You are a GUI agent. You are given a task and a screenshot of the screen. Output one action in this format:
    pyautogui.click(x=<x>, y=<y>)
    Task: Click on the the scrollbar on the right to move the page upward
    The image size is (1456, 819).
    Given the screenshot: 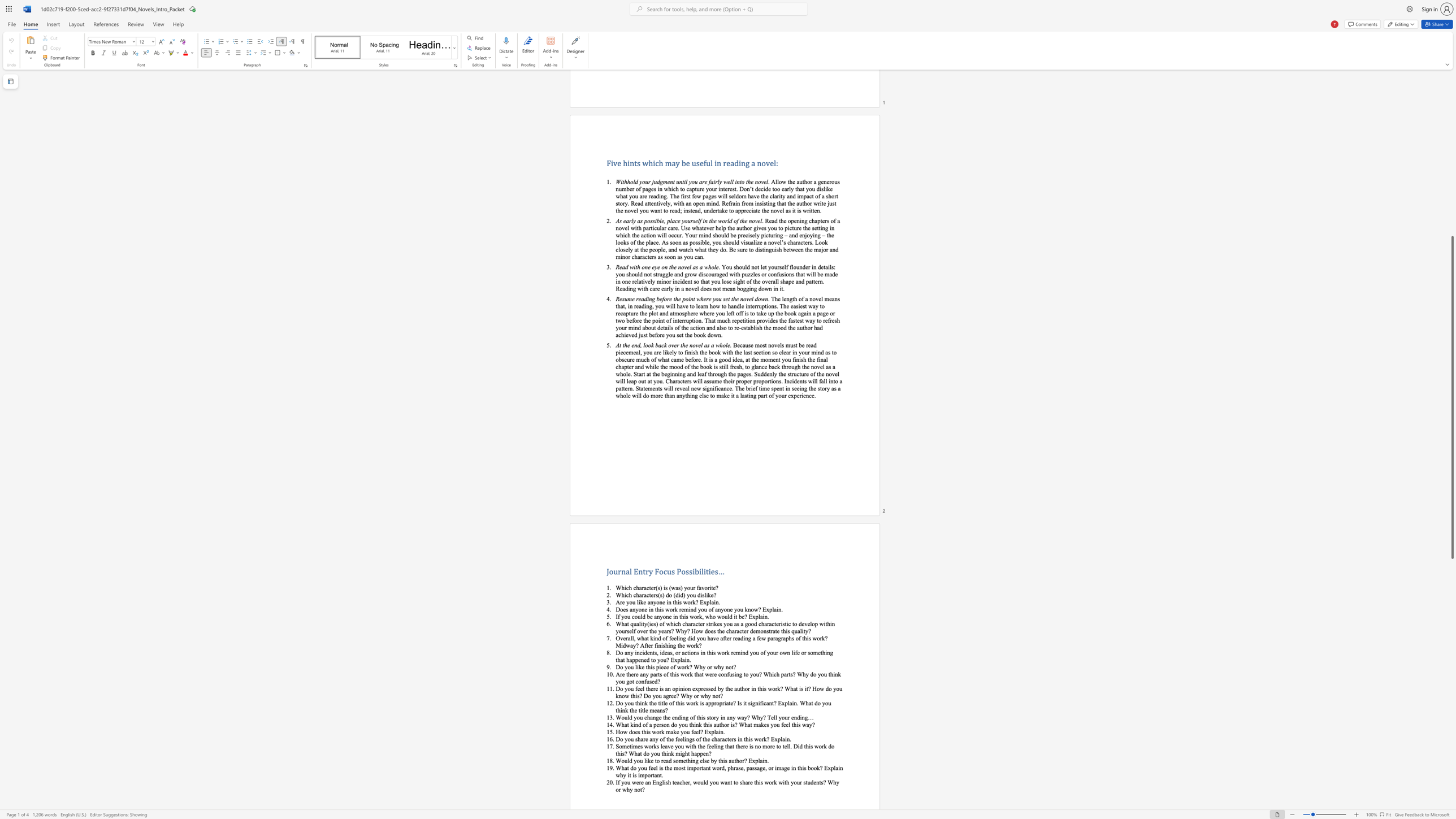 What is the action you would take?
    pyautogui.click(x=1451, y=196)
    